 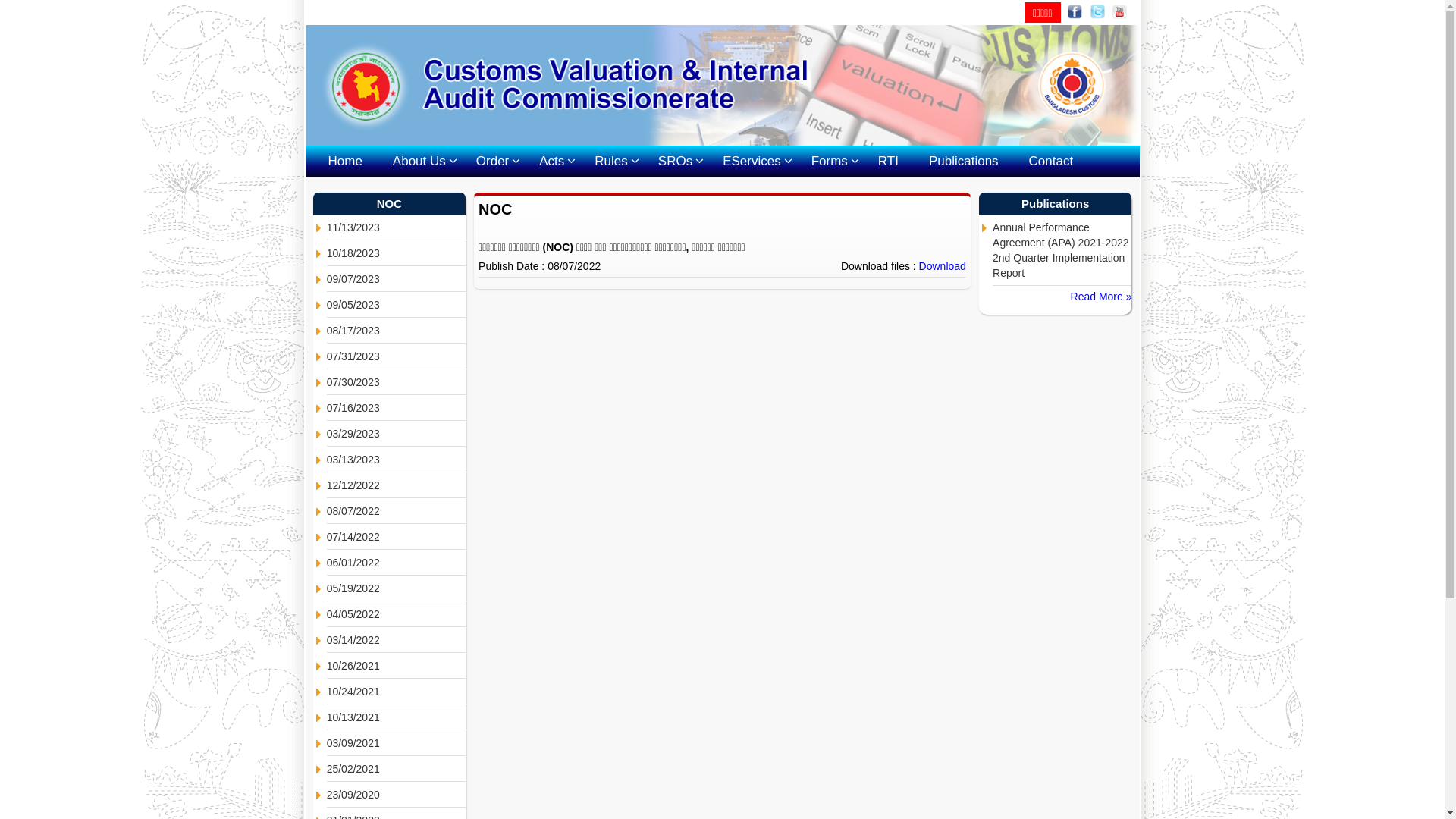 What do you see at coordinates (610, 161) in the screenshot?
I see `'Rules'` at bounding box center [610, 161].